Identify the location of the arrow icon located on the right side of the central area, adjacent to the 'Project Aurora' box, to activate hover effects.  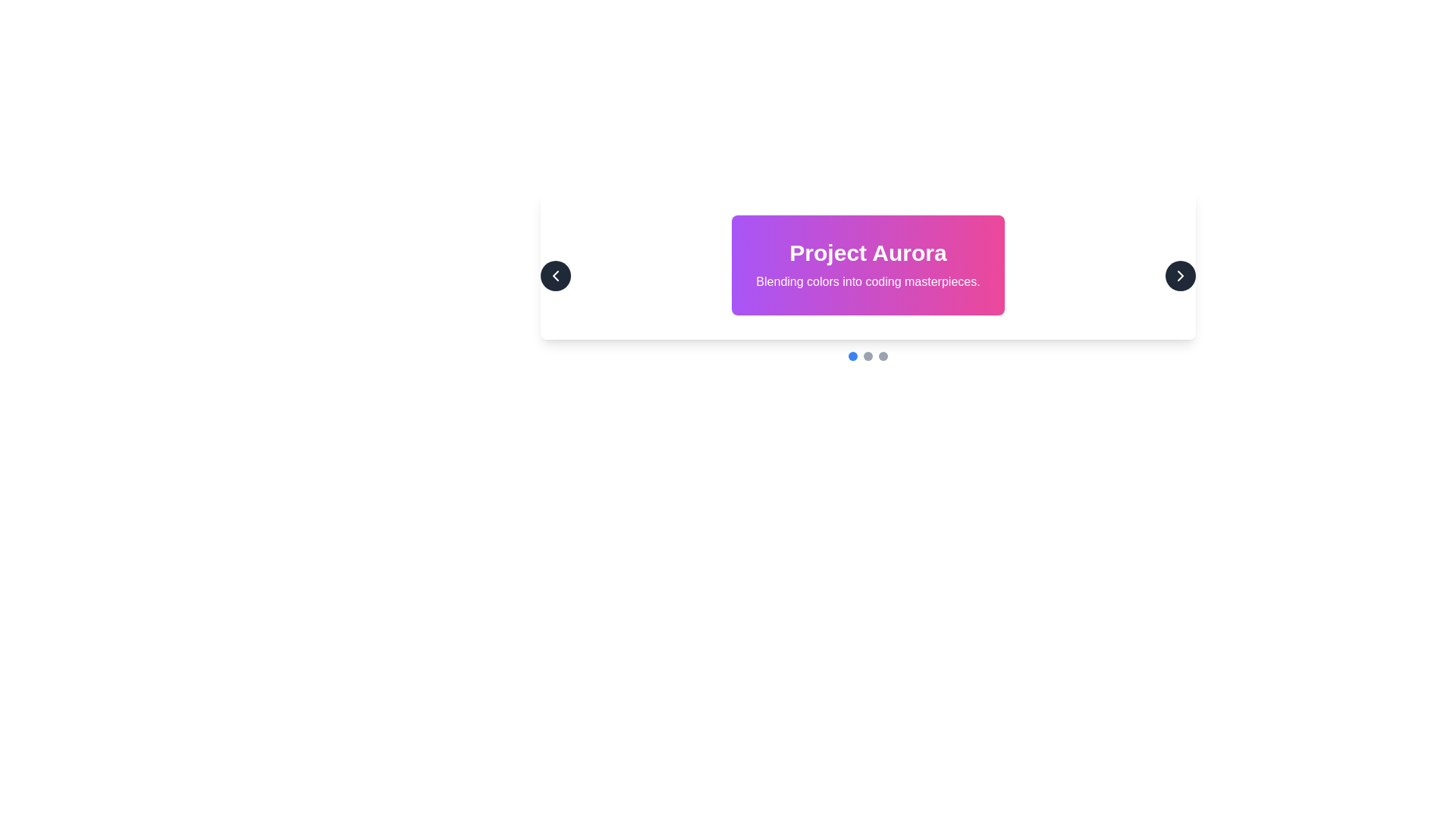
(1179, 275).